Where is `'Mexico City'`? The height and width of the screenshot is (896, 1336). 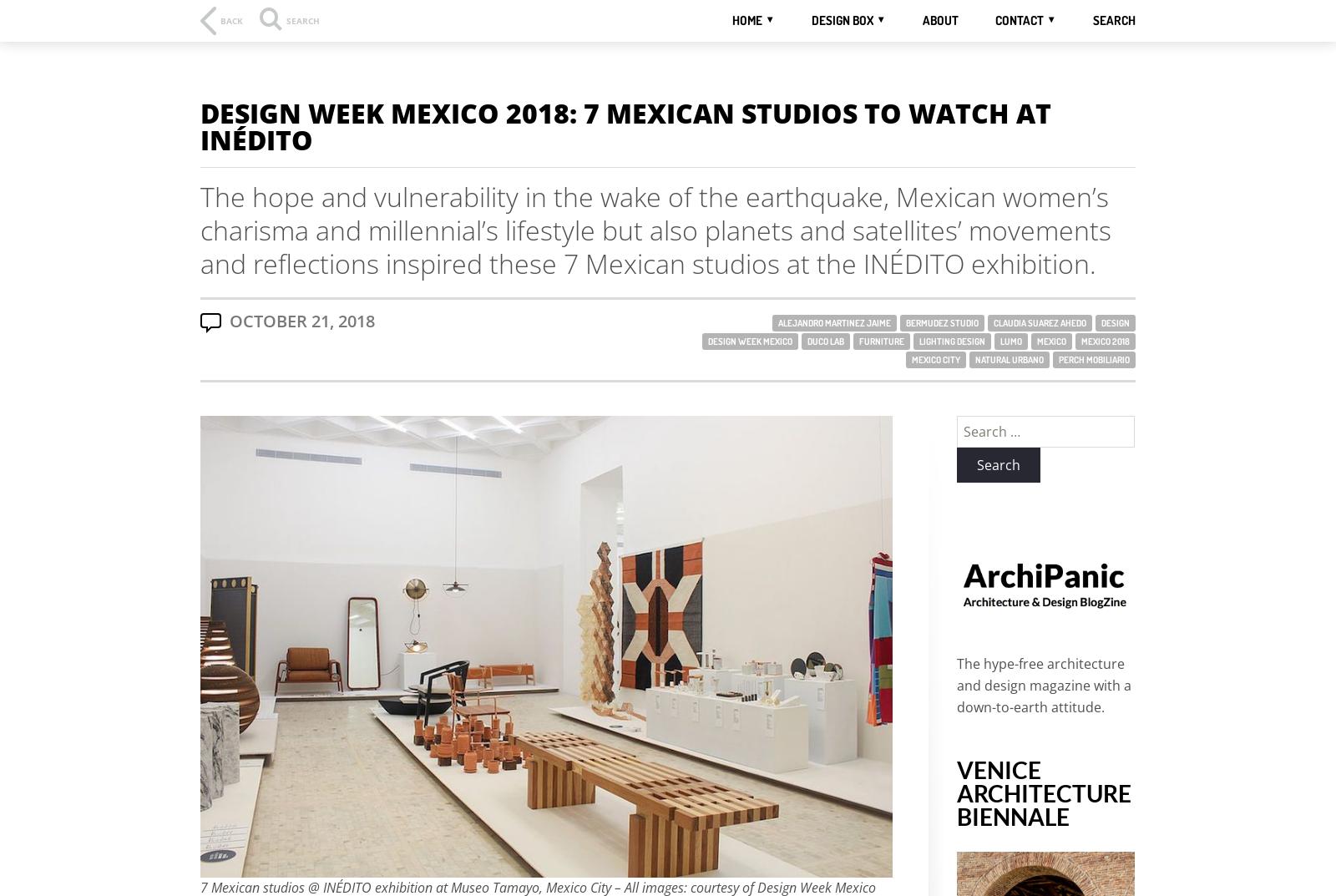
'Mexico City' is located at coordinates (935, 360).